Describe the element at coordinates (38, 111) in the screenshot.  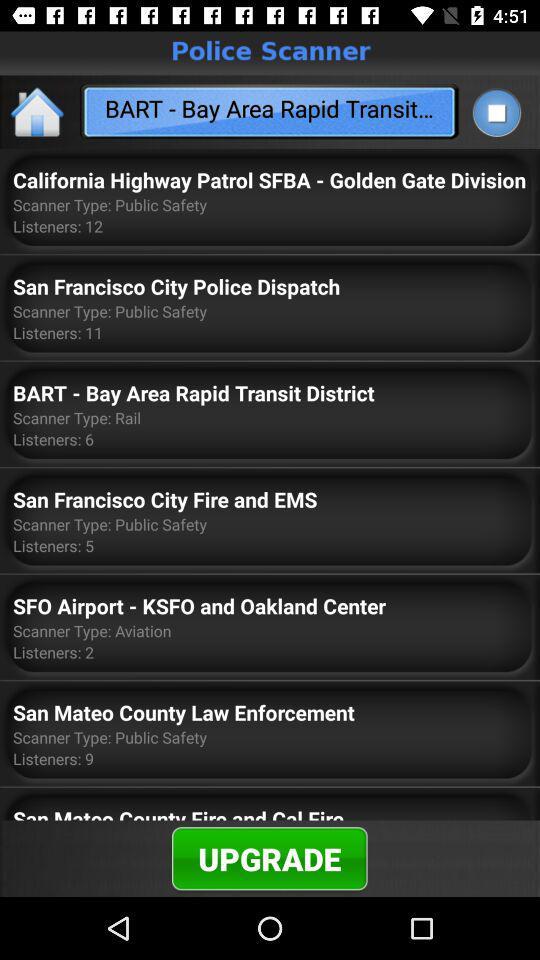
I see `go home` at that location.